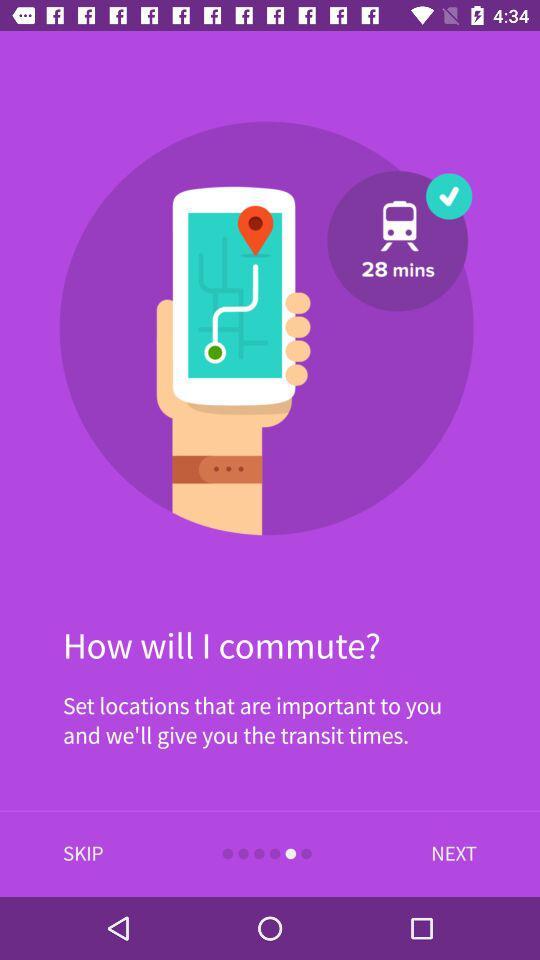 The image size is (540, 960). Describe the element at coordinates (82, 853) in the screenshot. I see `the skip item` at that location.